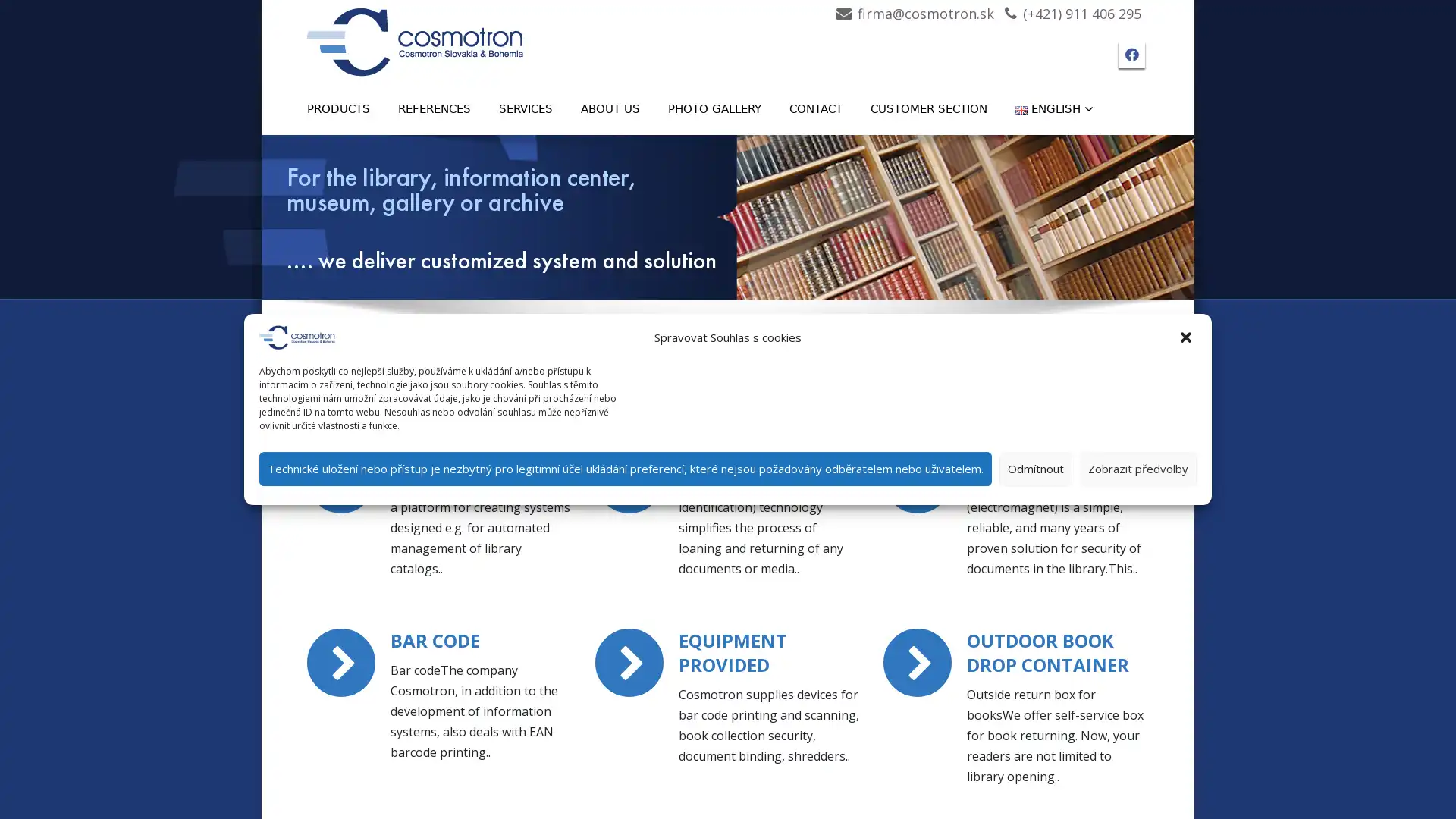 The height and width of the screenshot is (819, 1456). Describe the element at coordinates (626, 467) in the screenshot. I see `Technicke ulozeni nebo pristup je nezbytny pro legitimni ucel ukladani preferenci, ktere nejsou pozadovany odberatelem nebo uzivatelem.` at that location.